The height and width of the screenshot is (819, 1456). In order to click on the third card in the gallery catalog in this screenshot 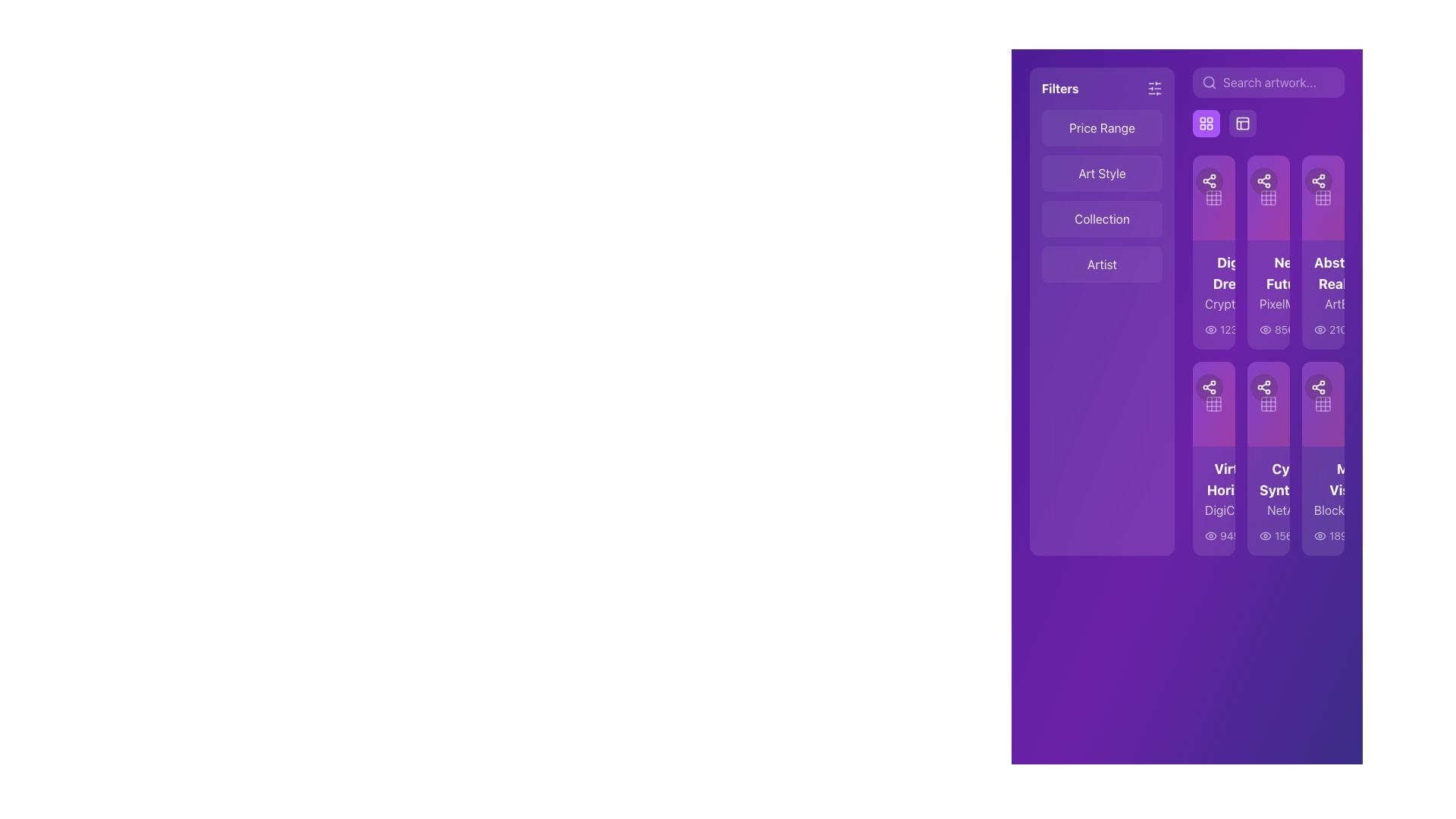, I will do `click(1323, 251)`.